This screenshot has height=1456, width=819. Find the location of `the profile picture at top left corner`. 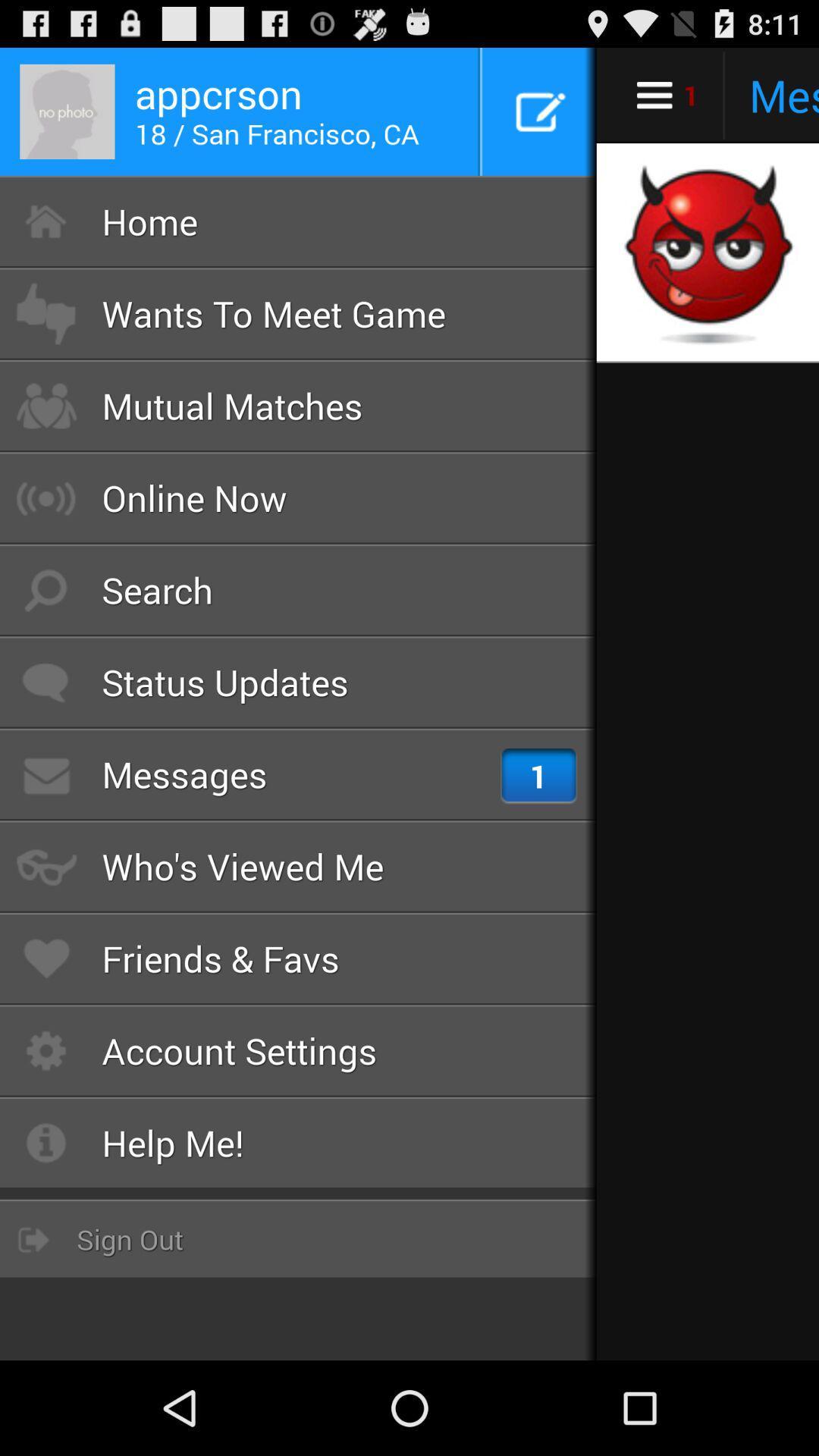

the profile picture at top left corner is located at coordinates (66, 111).